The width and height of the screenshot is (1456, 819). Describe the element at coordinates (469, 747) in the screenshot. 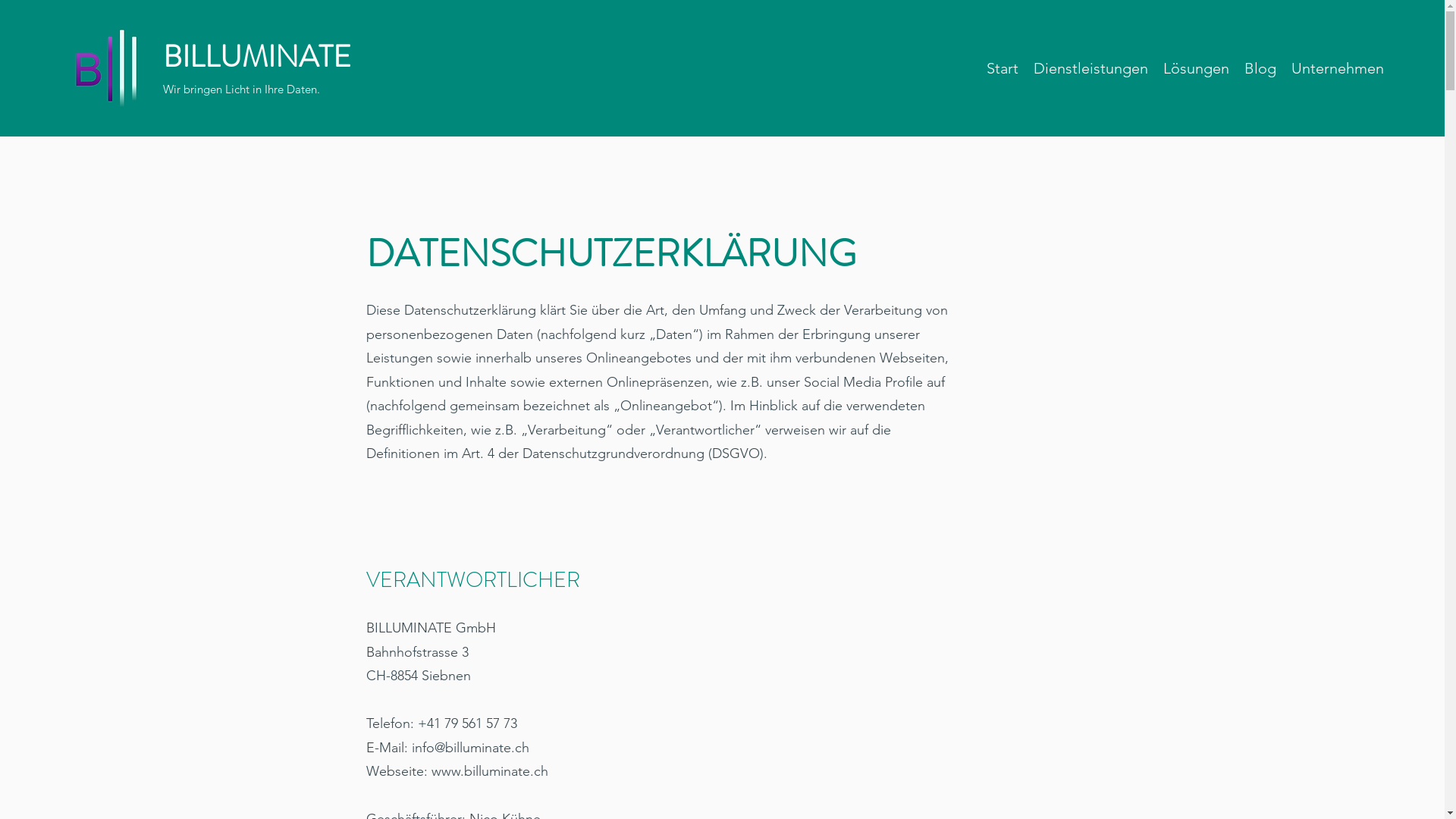

I see `'info@billuminate.ch'` at that location.